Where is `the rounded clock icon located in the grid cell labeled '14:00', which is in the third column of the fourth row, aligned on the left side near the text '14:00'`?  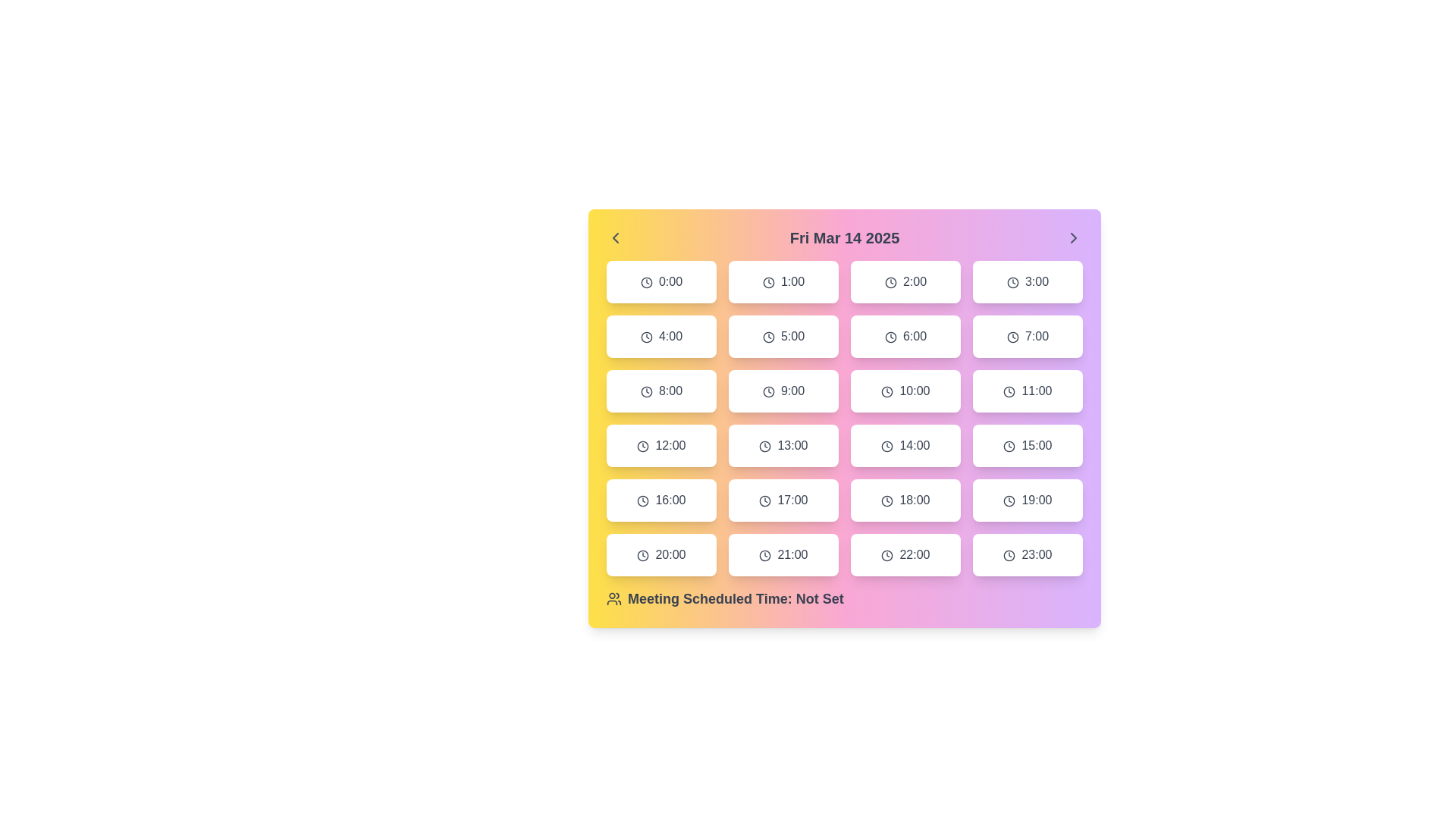 the rounded clock icon located in the grid cell labeled '14:00', which is in the third column of the fourth row, aligned on the left side near the text '14:00' is located at coordinates (887, 445).